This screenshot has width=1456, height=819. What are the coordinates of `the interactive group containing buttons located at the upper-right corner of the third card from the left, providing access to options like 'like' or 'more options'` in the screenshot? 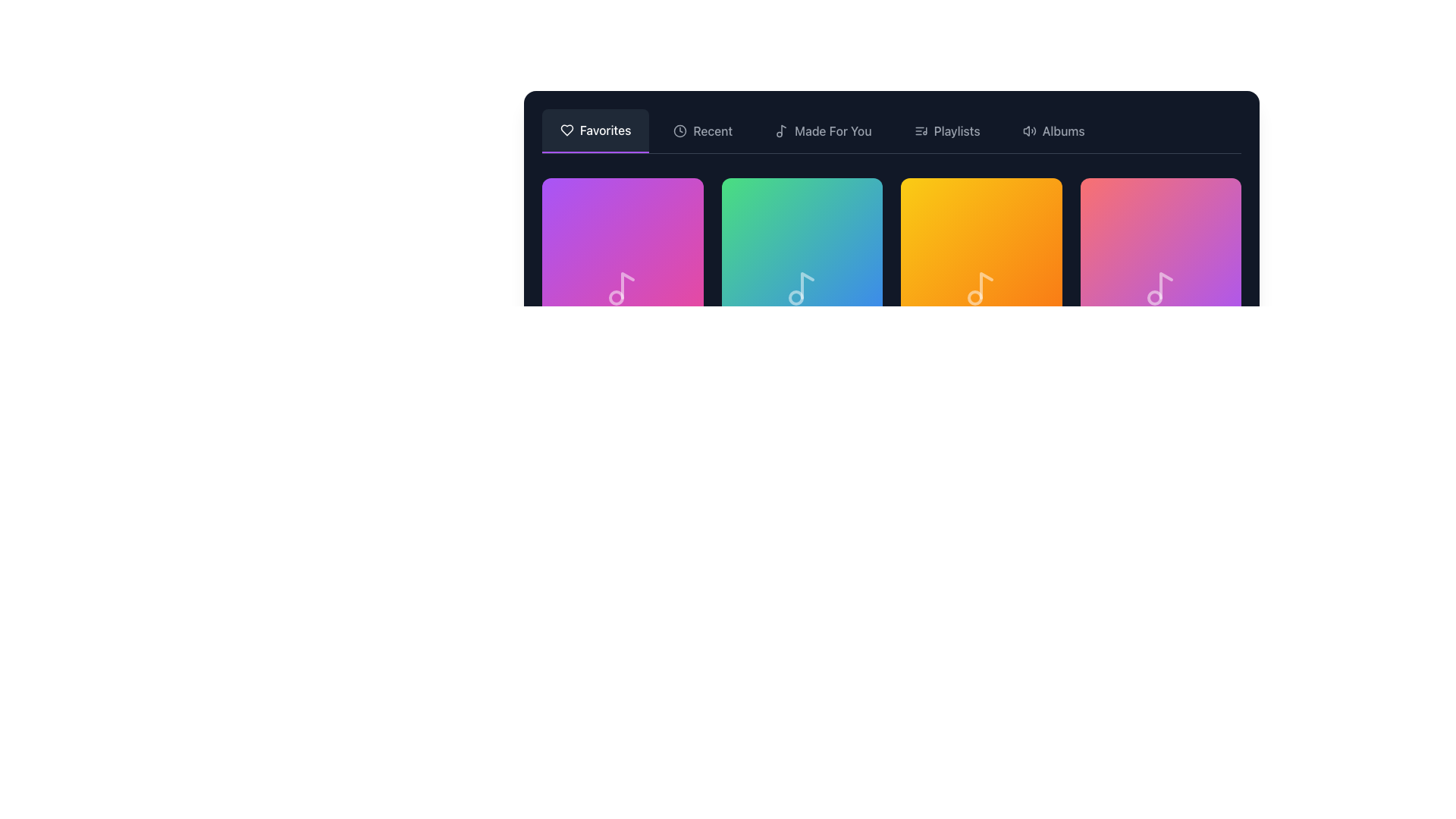 It's located at (1200, 201).